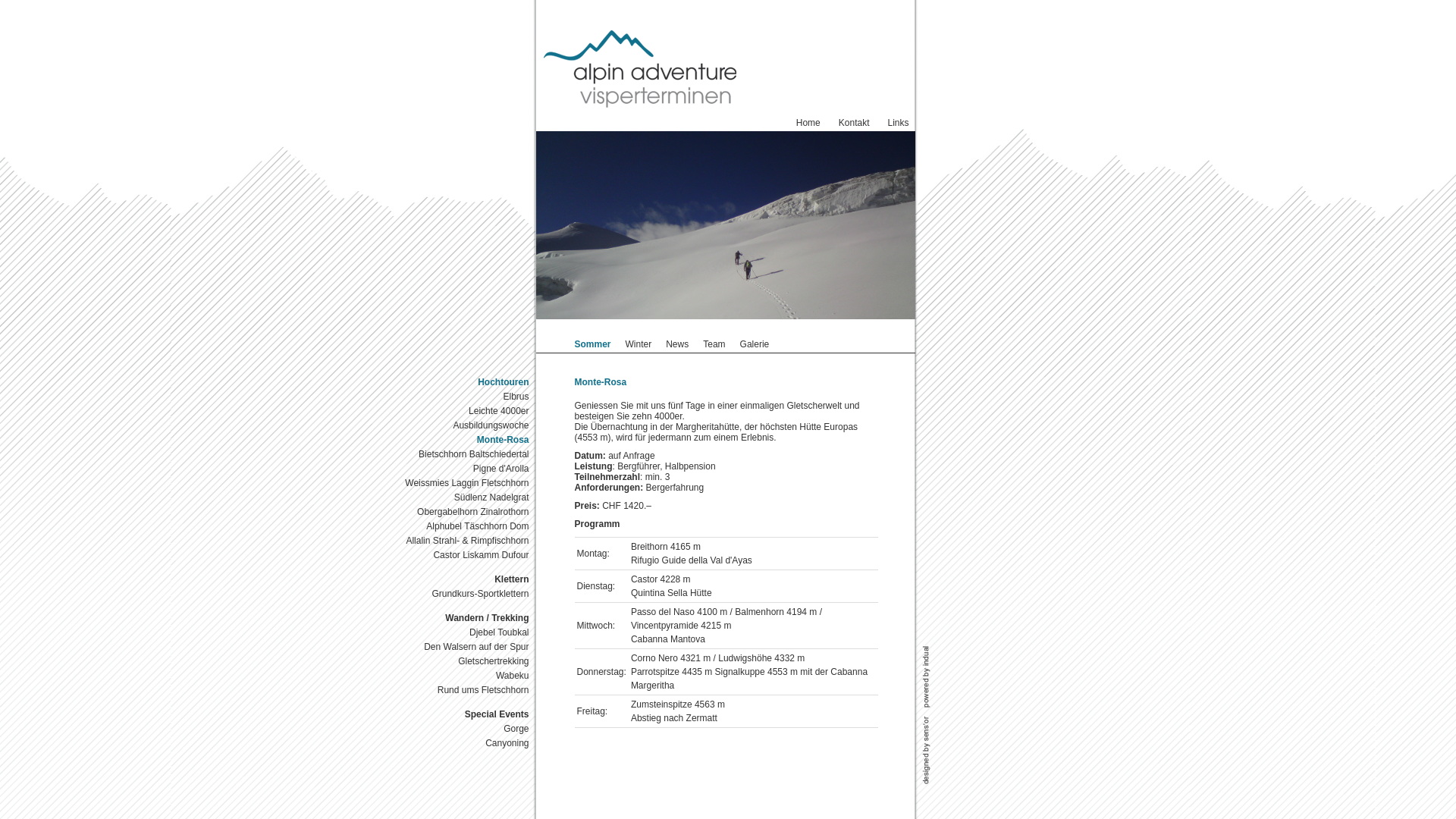  What do you see at coordinates (807, 122) in the screenshot?
I see `'Home'` at bounding box center [807, 122].